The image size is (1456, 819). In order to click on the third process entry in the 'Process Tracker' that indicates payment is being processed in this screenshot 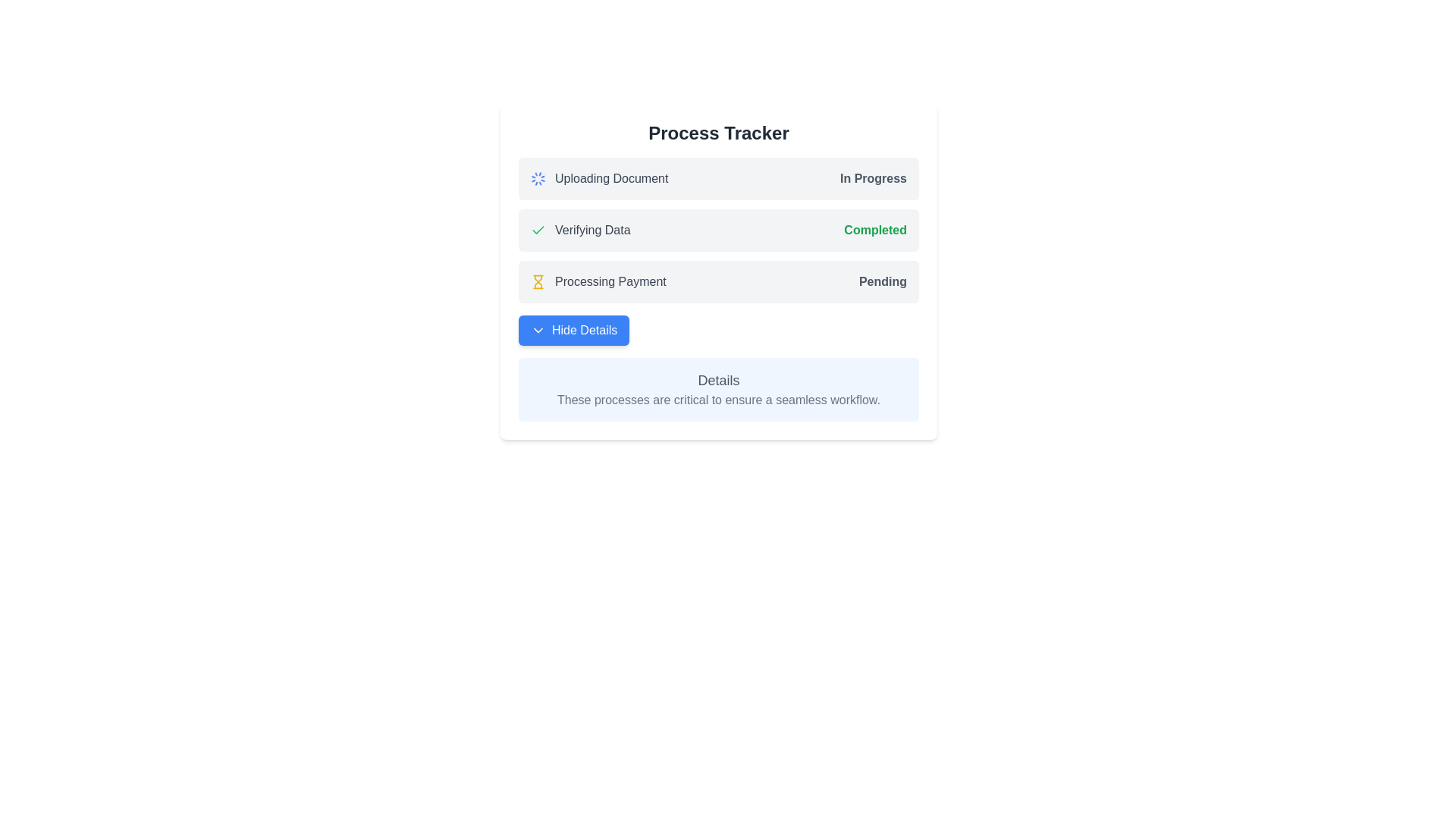, I will do `click(610, 281)`.